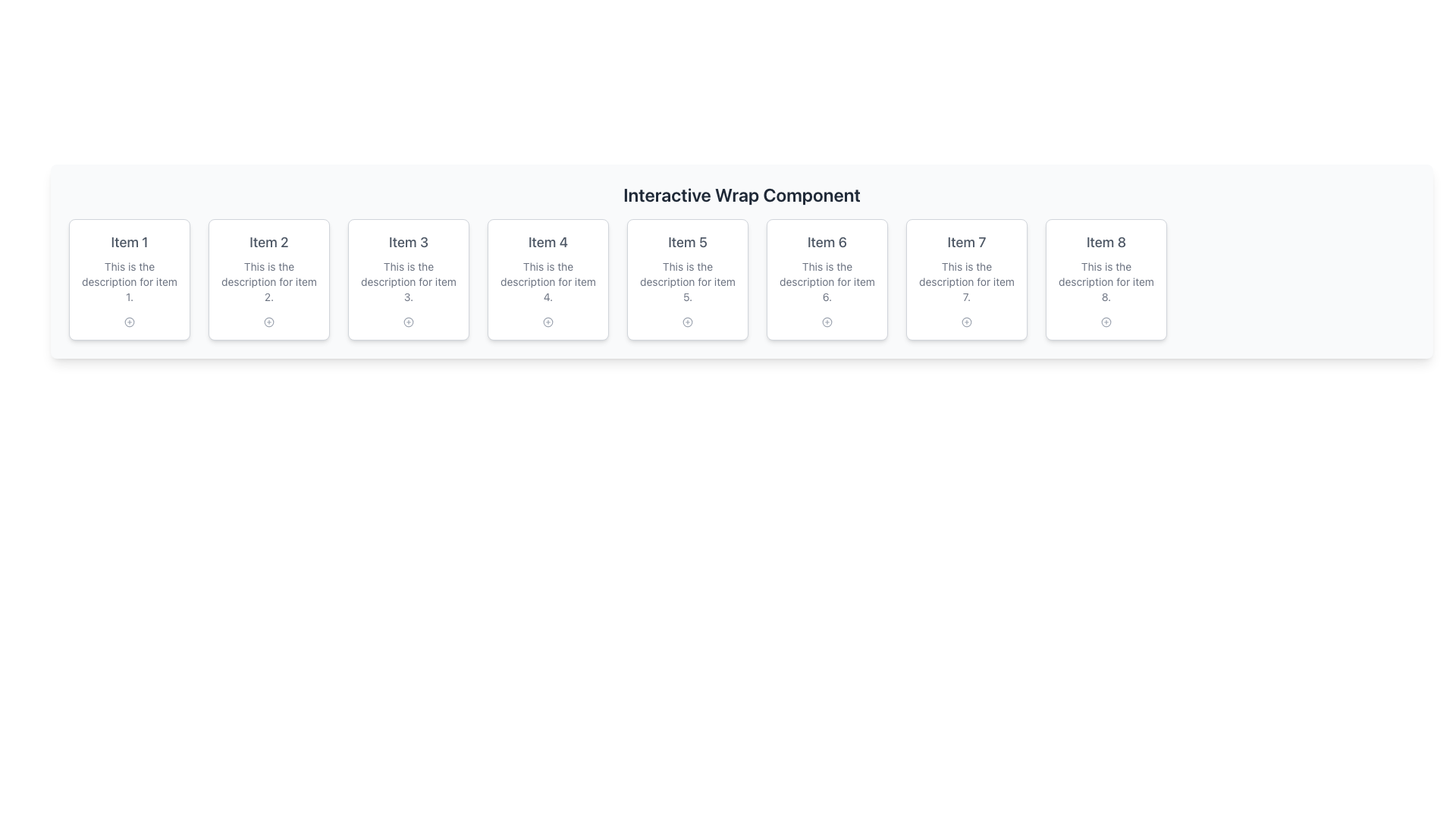 The width and height of the screenshot is (1456, 819). I want to click on the circular SVG shape that is part of the '+' icon, located at the bottom-center of the first item labeled 'Item 1' in the list, so click(130, 321).